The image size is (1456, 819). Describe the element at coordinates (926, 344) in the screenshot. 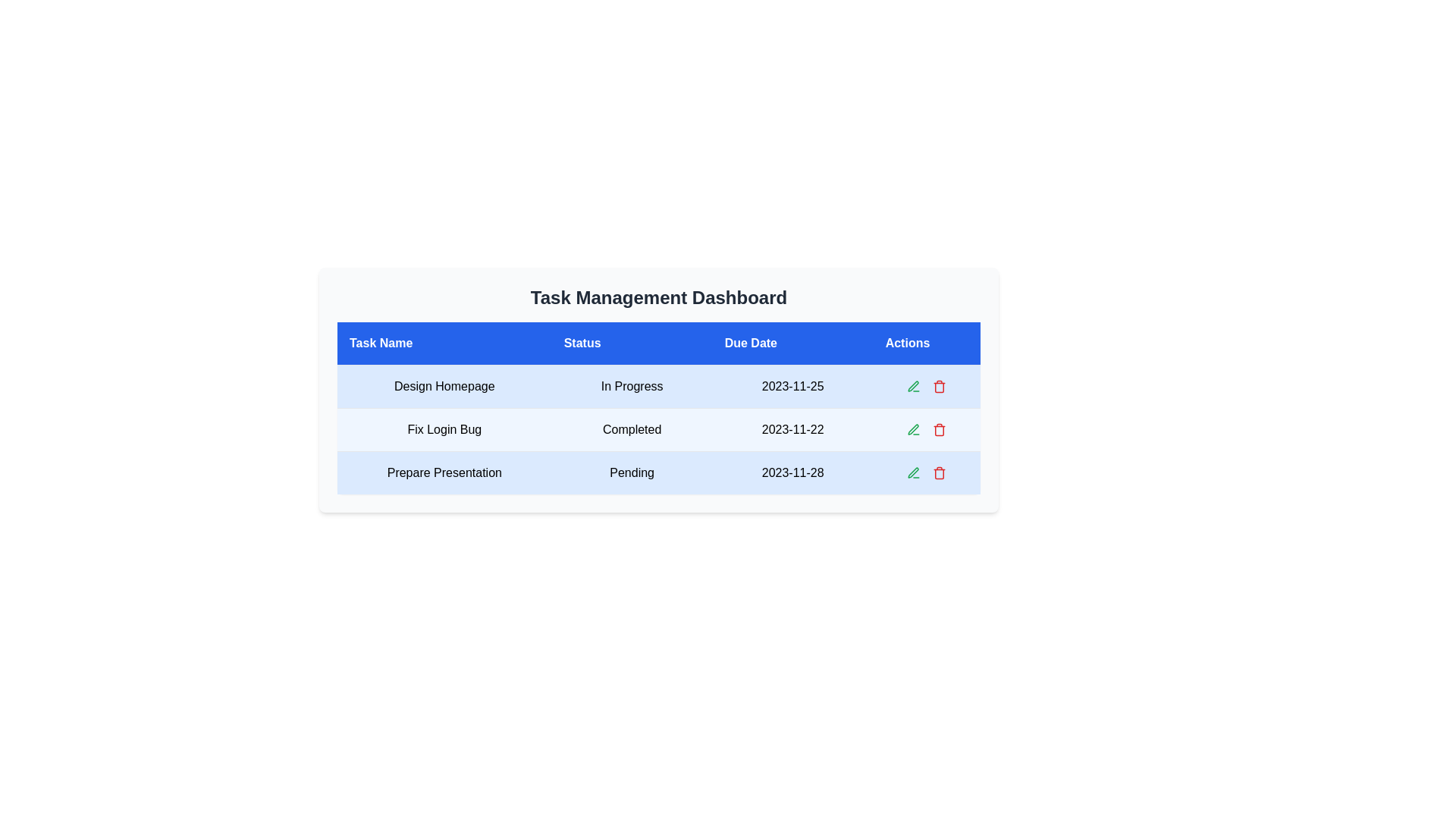

I see `the 'Actions' column header in the Task Management Dashboard, which is located on the rightmost side of the header row` at that location.